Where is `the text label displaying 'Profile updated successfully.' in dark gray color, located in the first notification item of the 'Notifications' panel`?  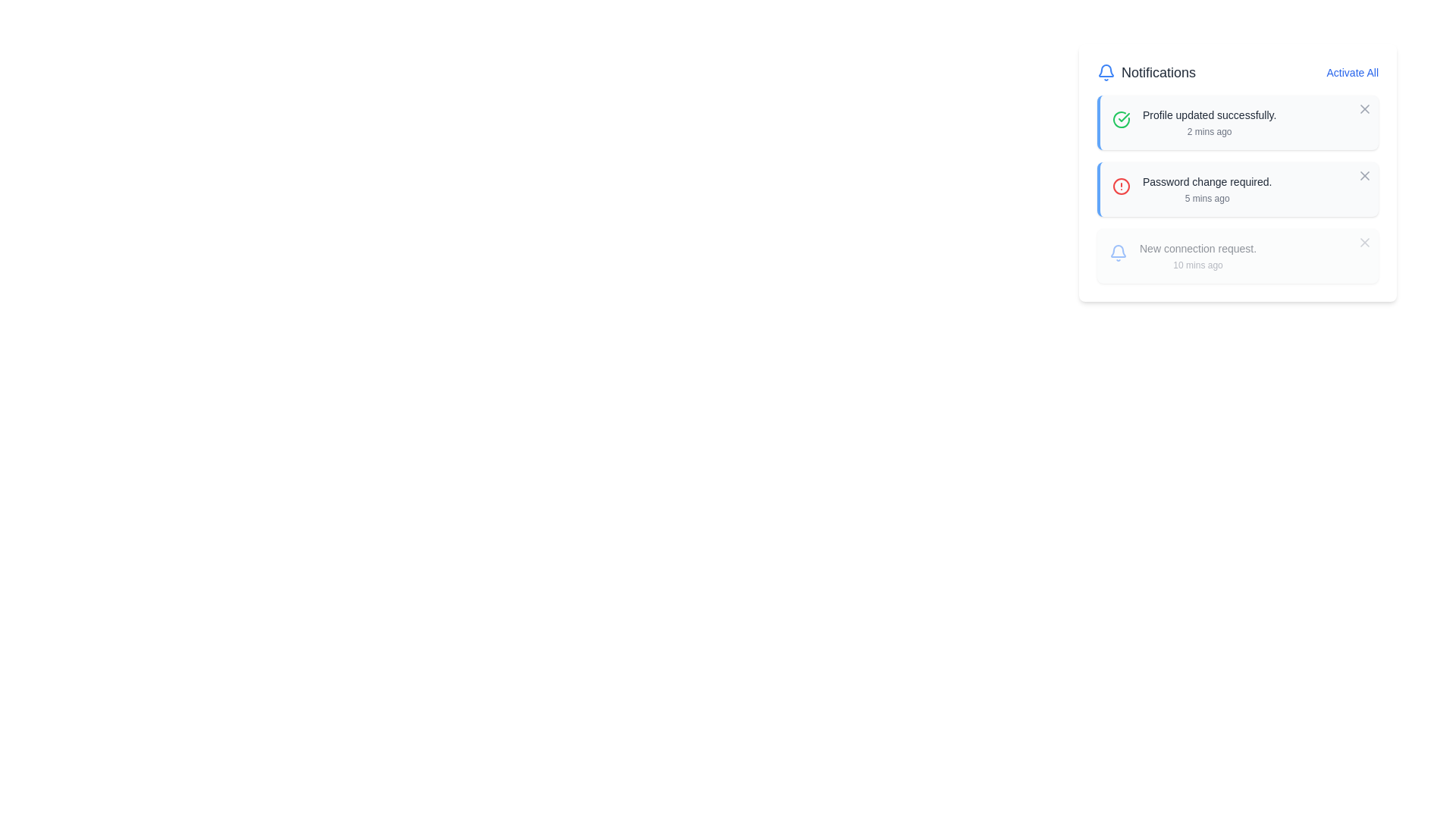 the text label displaying 'Profile updated successfully.' in dark gray color, located in the first notification item of the 'Notifications' panel is located at coordinates (1209, 114).